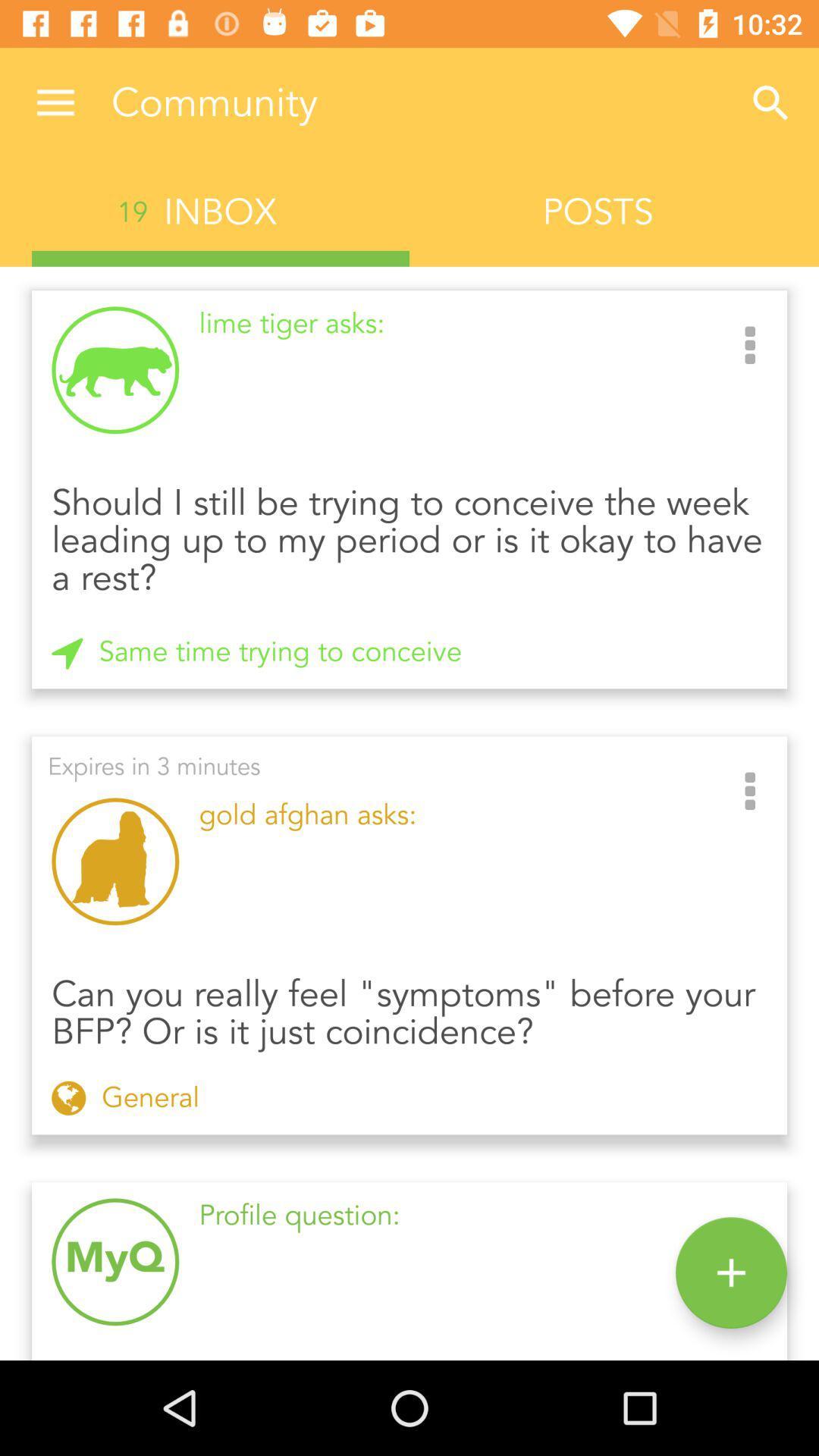 The width and height of the screenshot is (819, 1456). Describe the element at coordinates (55, 102) in the screenshot. I see `item to the left of community item` at that location.